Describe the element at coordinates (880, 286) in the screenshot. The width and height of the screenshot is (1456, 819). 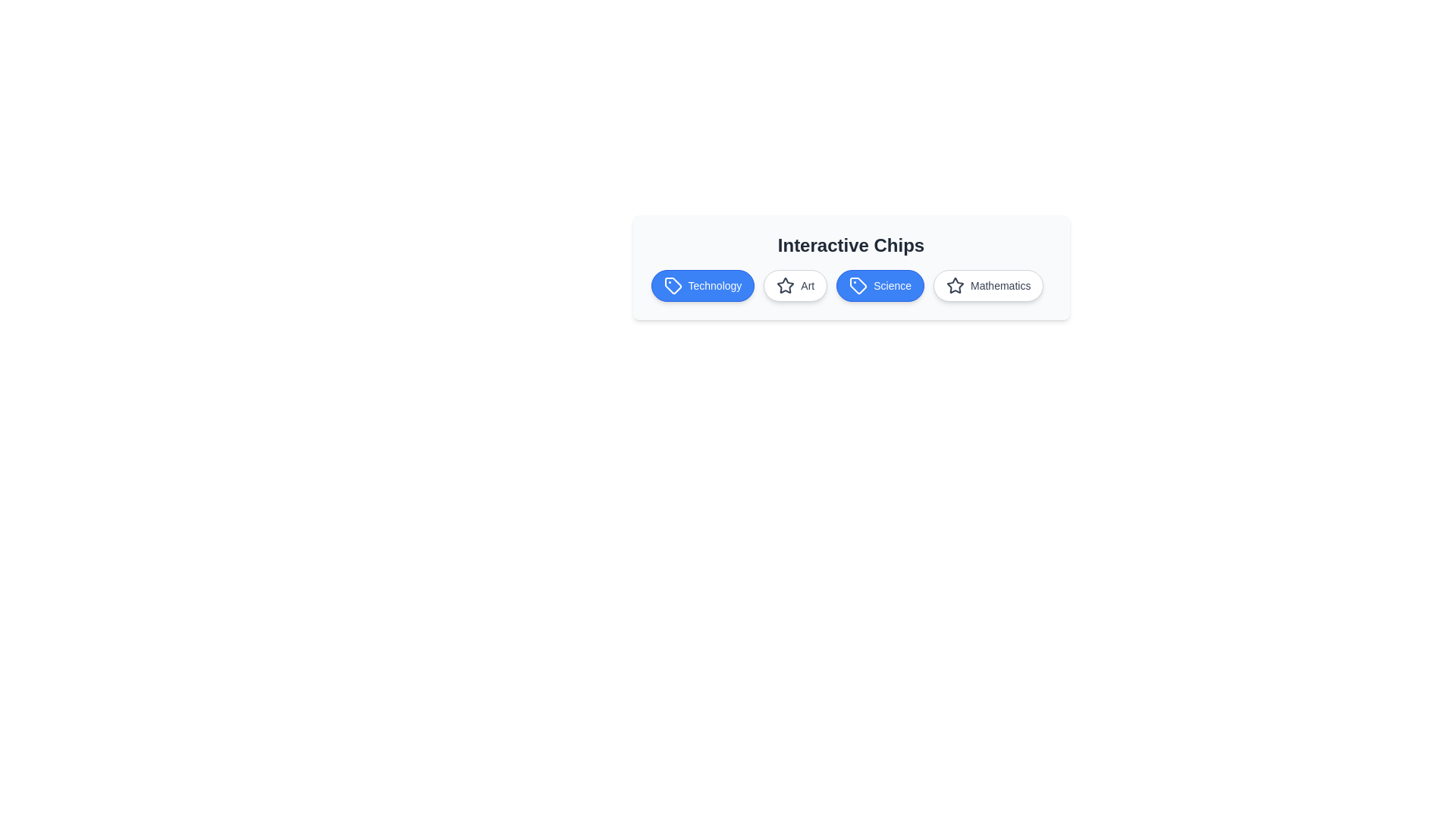
I see `the 'Science' chip to toggle its activation state` at that location.